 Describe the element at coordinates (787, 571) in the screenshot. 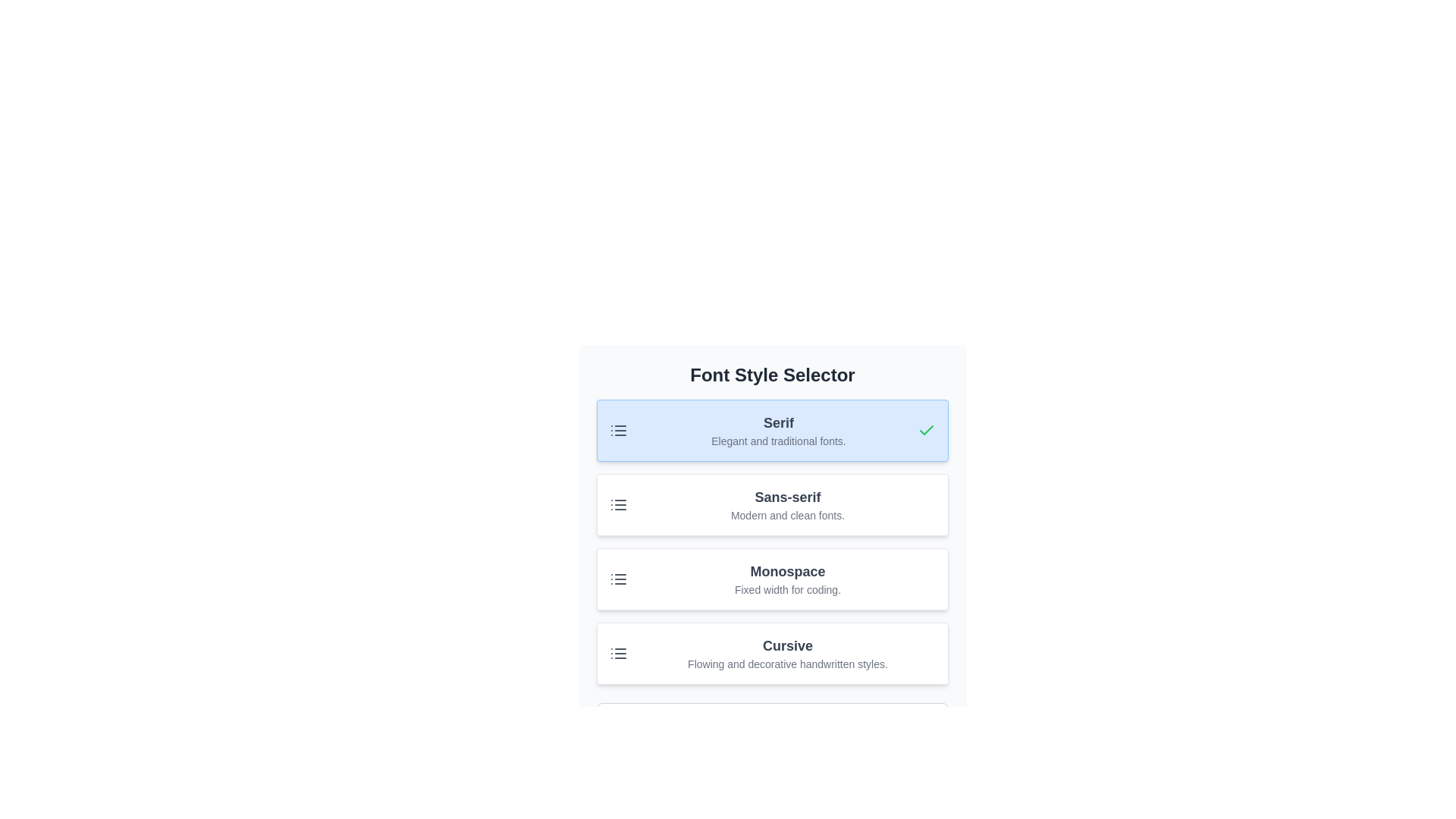

I see `the 'Monospace' text label, which is displayed in bold gray font and represents a selectable font style option` at that location.